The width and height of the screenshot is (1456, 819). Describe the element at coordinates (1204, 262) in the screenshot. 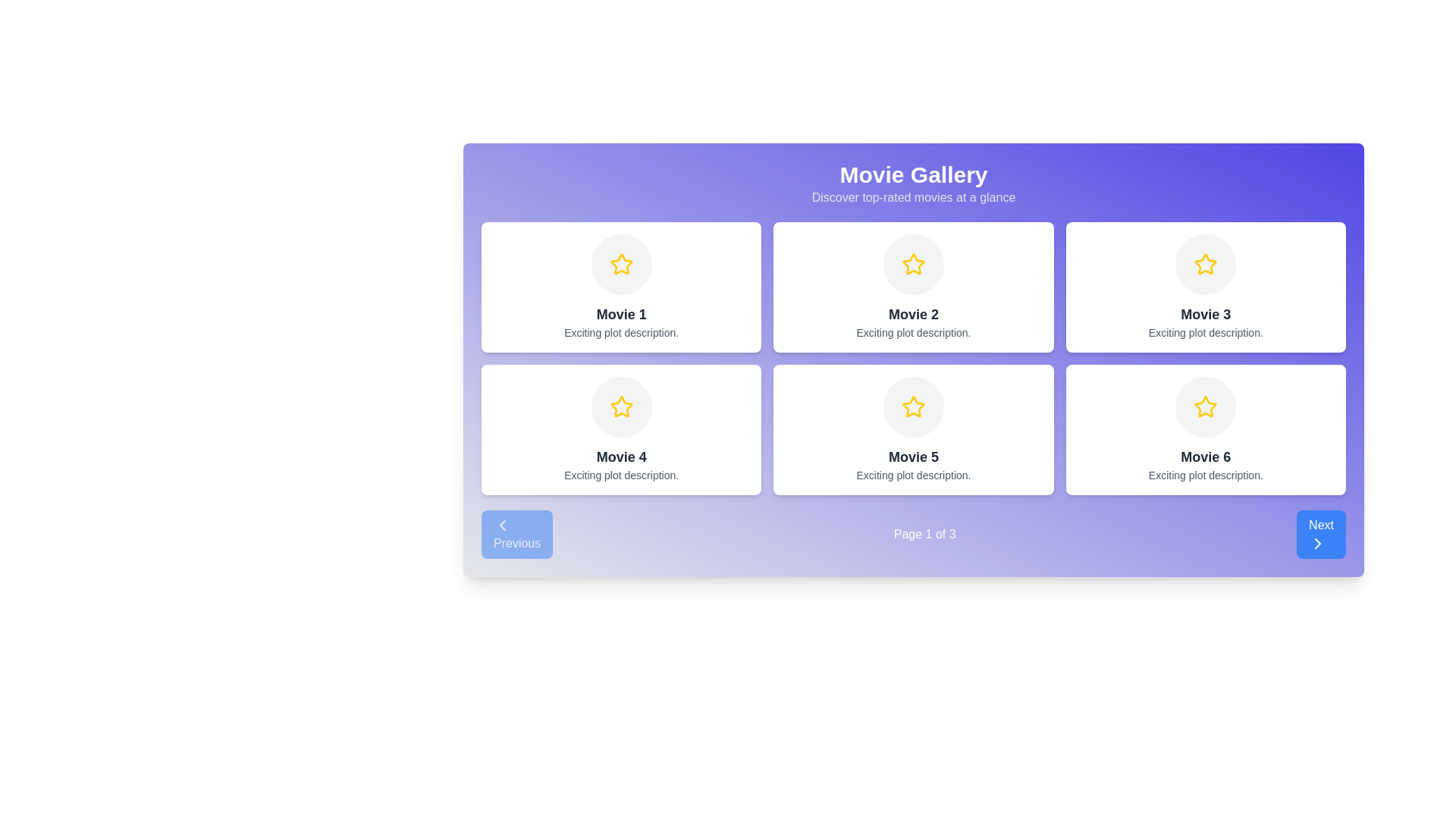

I see `the star icon with a yellow outline and white fill located above the 'Movie 3' label in the Movie Gallery interface` at that location.